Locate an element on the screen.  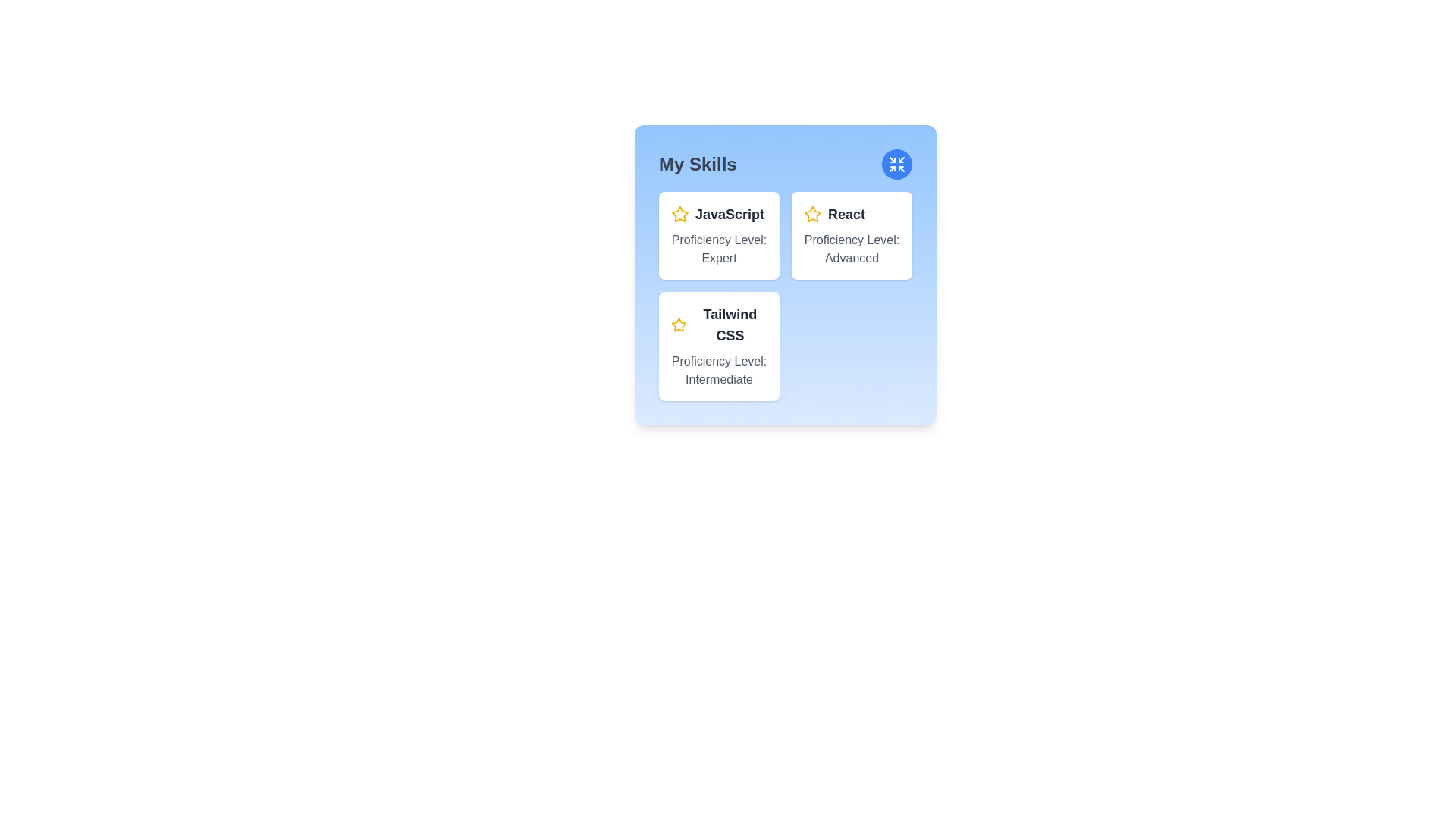
proficiency level descriptor text for the skill 'React', located in the second position within a card layout, centered horizontally beneath the title text and adjacent star icon is located at coordinates (852, 248).